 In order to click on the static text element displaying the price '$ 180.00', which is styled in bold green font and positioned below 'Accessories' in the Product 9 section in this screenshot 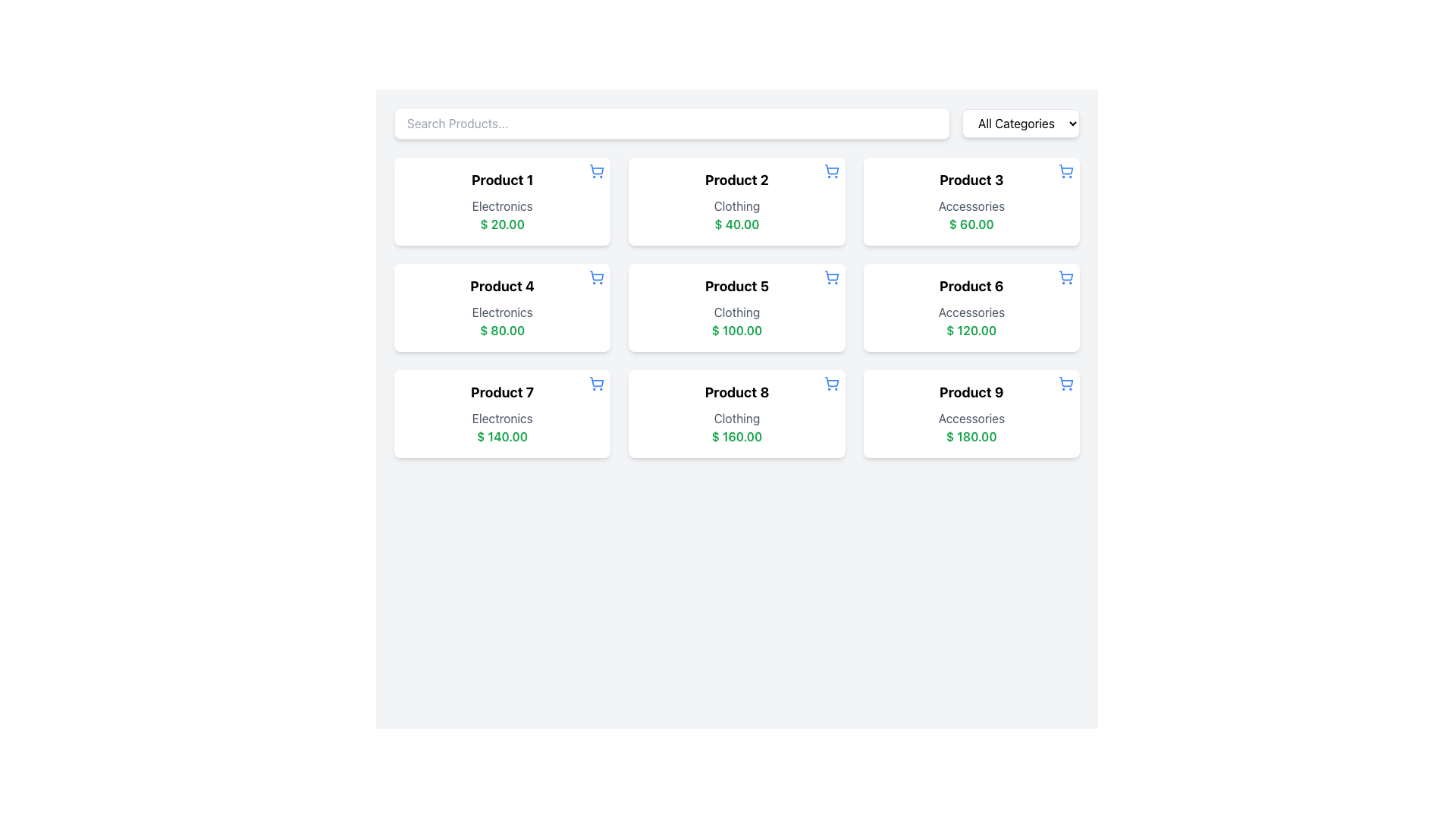, I will do `click(971, 436)`.